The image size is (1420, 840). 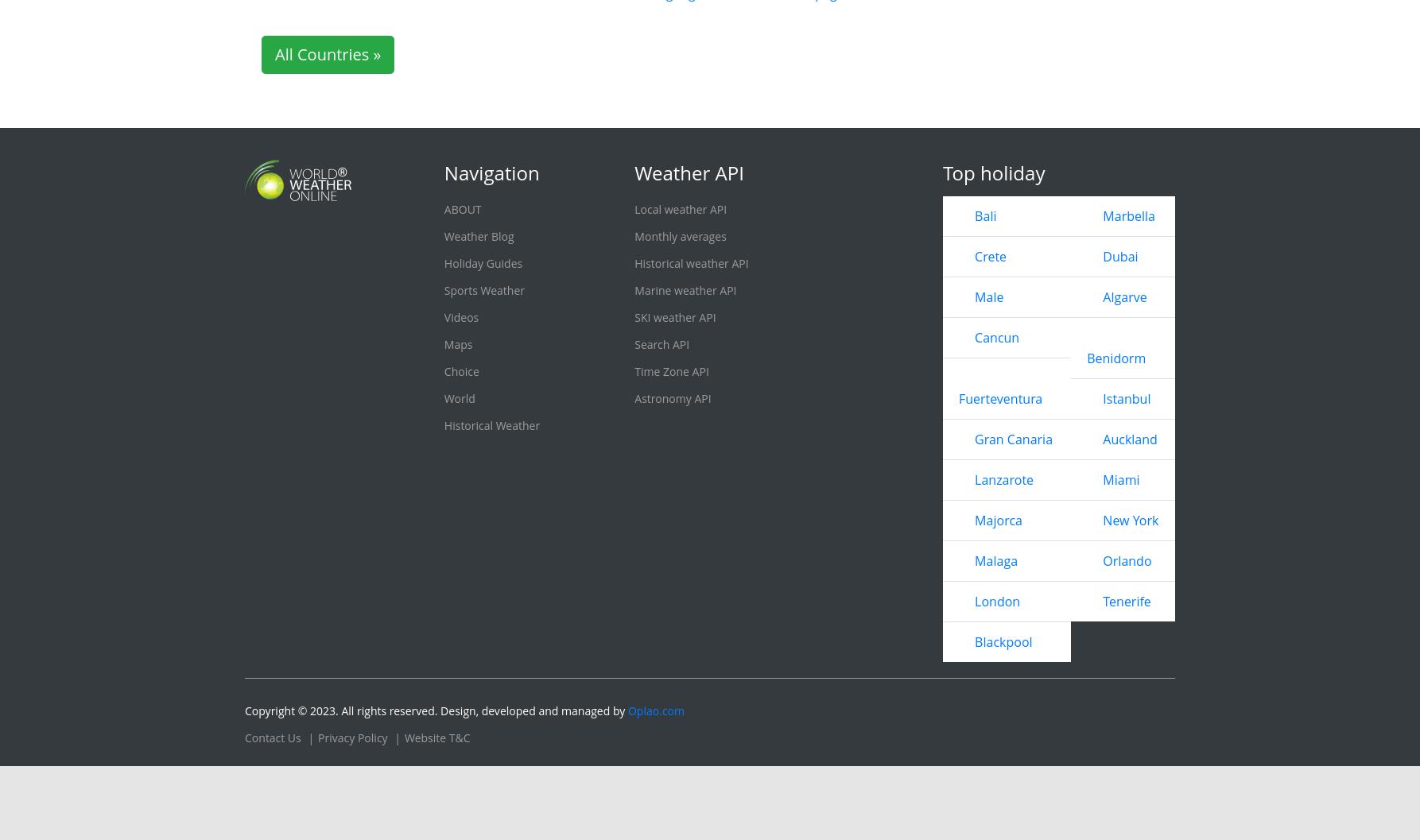 I want to click on 'Red Deer', so click(x=780, y=66).